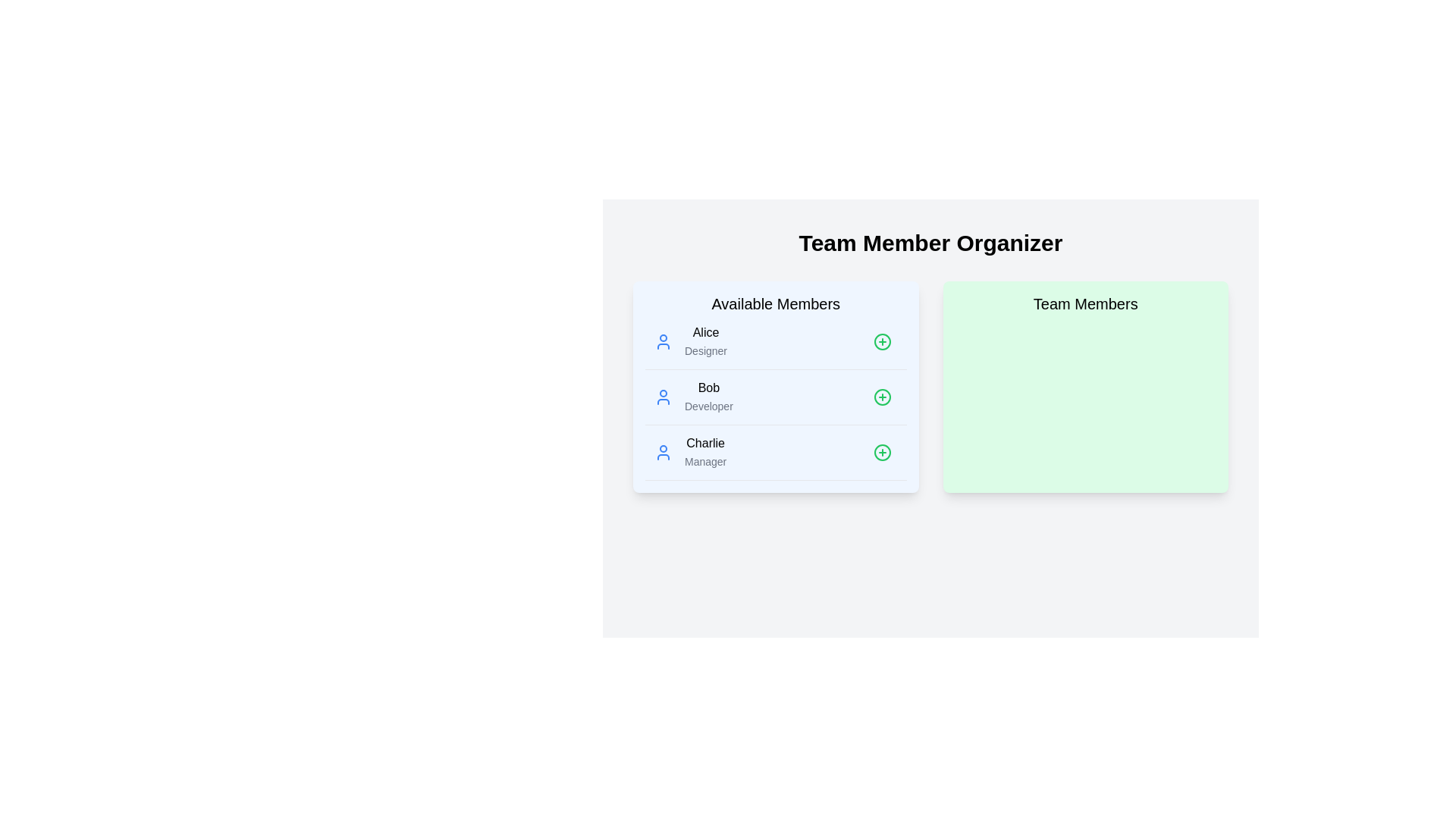 The height and width of the screenshot is (819, 1456). What do you see at coordinates (882, 397) in the screenshot?
I see `the circular icon or button located on the right side of 'Bob, Developer' in the 'Available Members' section to initiate an action` at bounding box center [882, 397].